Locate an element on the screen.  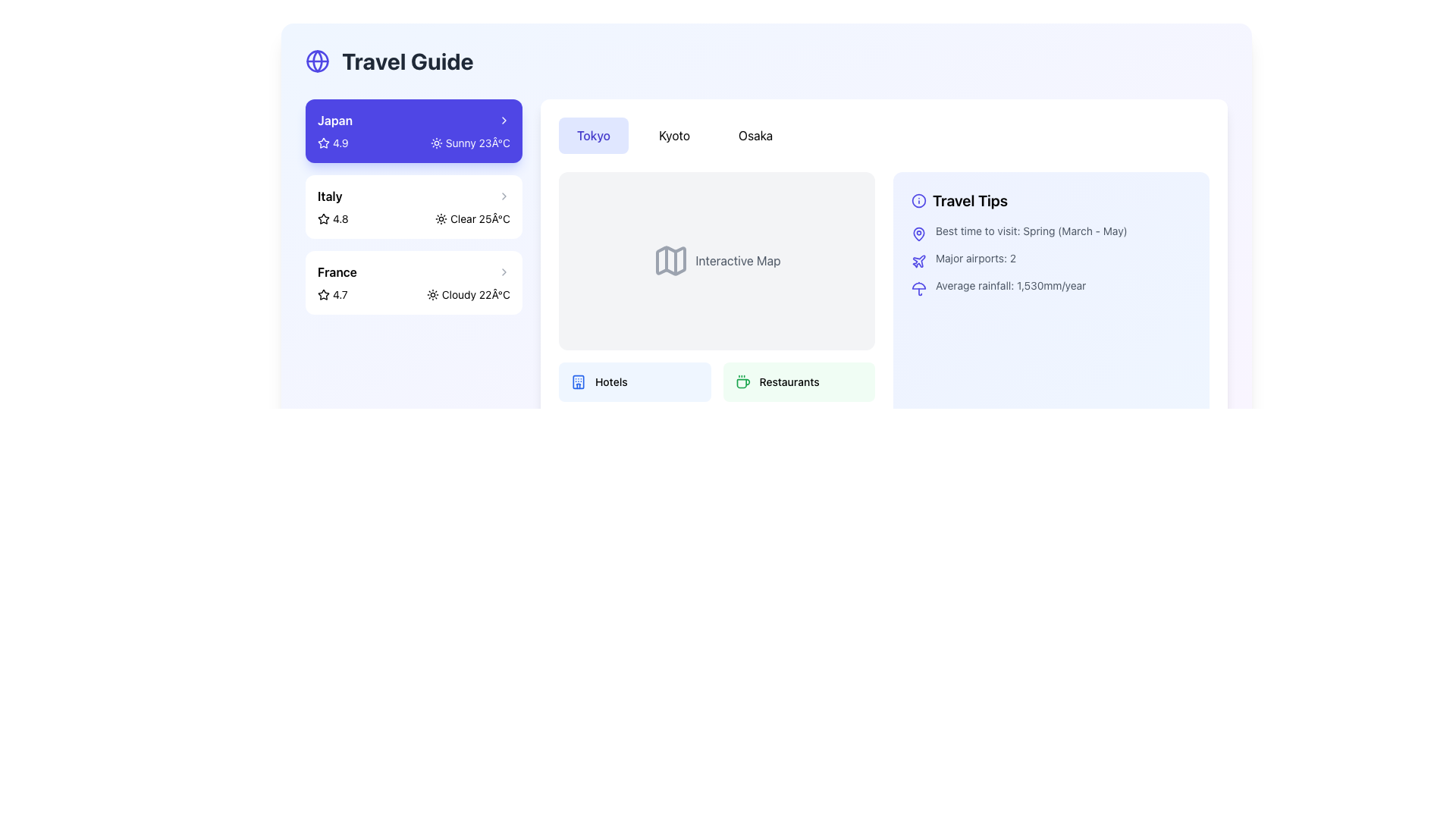
the travel icon located in the 'Travel Tips' section to enhance user understanding of related content is located at coordinates (918, 260).